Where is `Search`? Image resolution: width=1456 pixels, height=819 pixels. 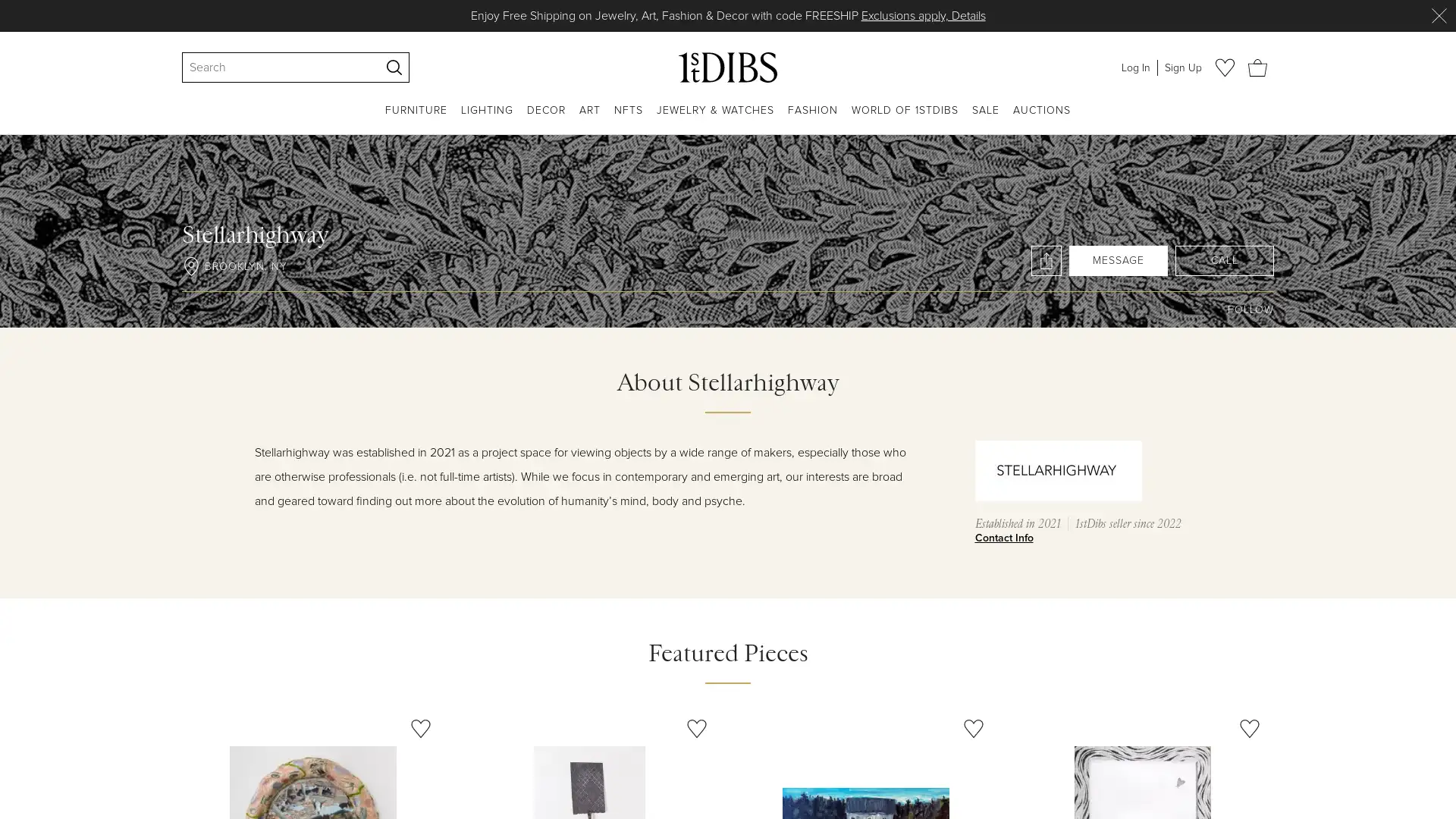
Search is located at coordinates (394, 66).